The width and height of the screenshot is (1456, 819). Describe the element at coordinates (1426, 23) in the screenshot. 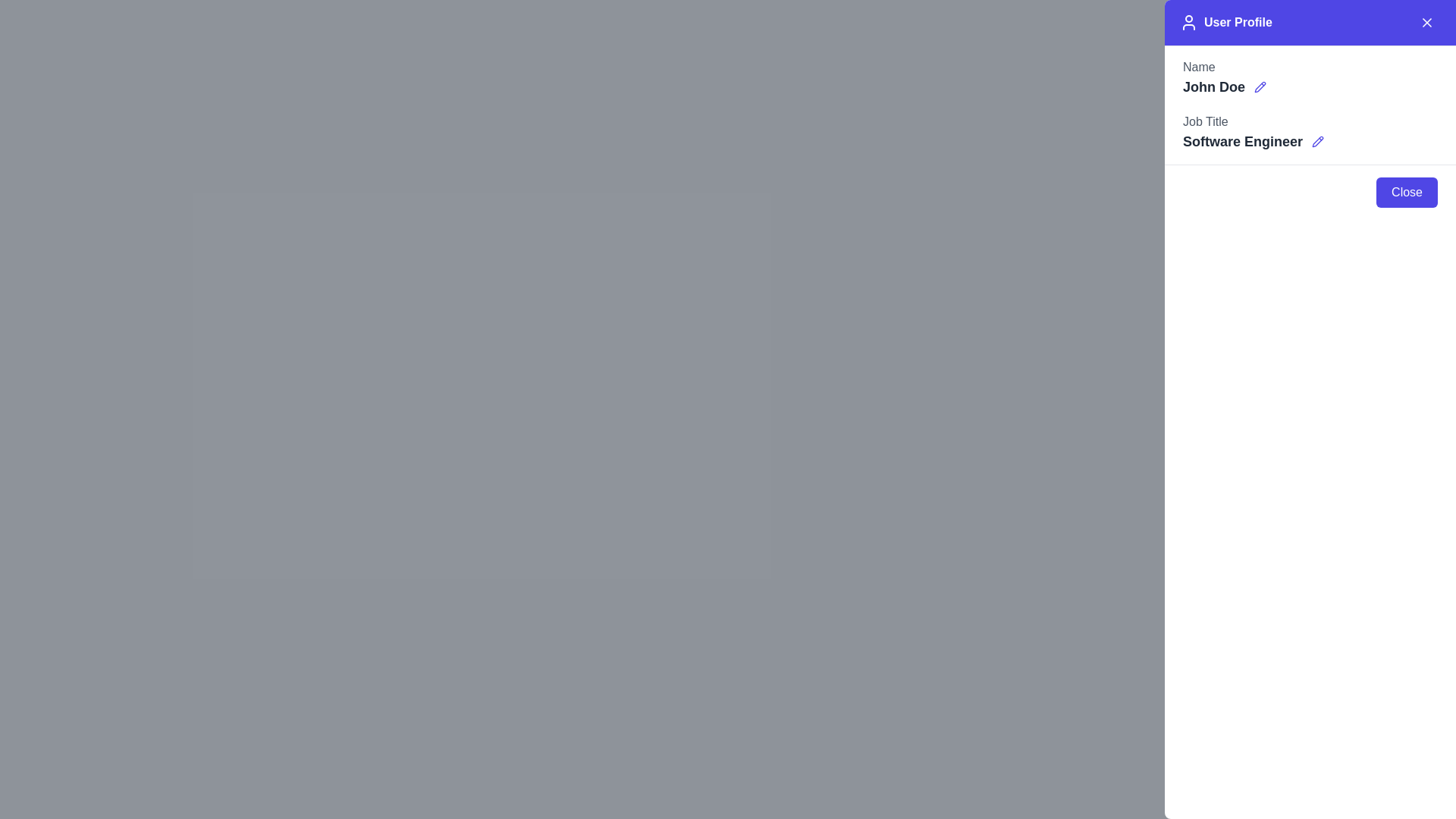

I see `the close button icon, which is part of the 'X' shape located at the top-right corner of the user profile panel, to trigger any hover effects present` at that location.